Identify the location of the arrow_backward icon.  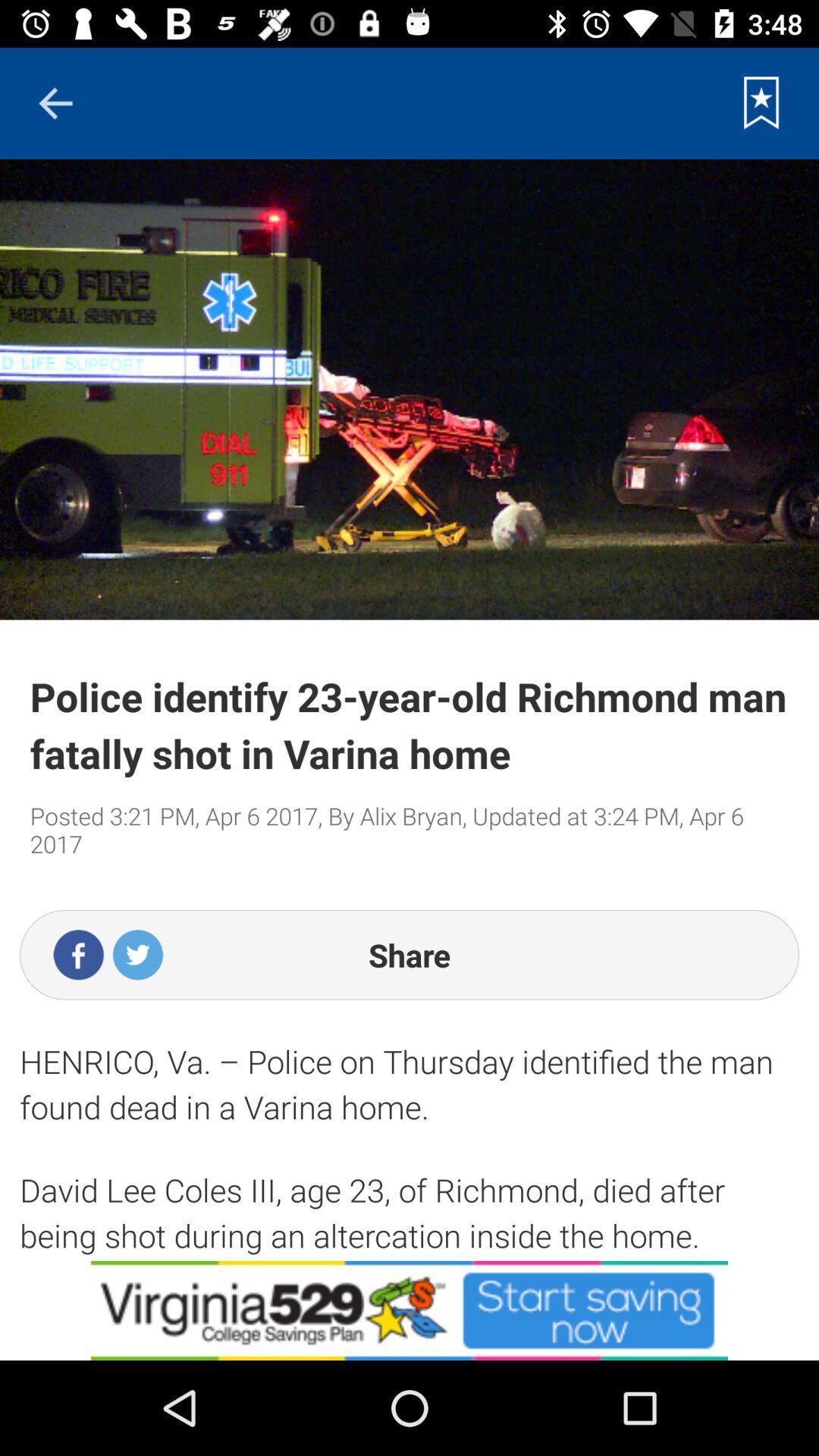
(55, 102).